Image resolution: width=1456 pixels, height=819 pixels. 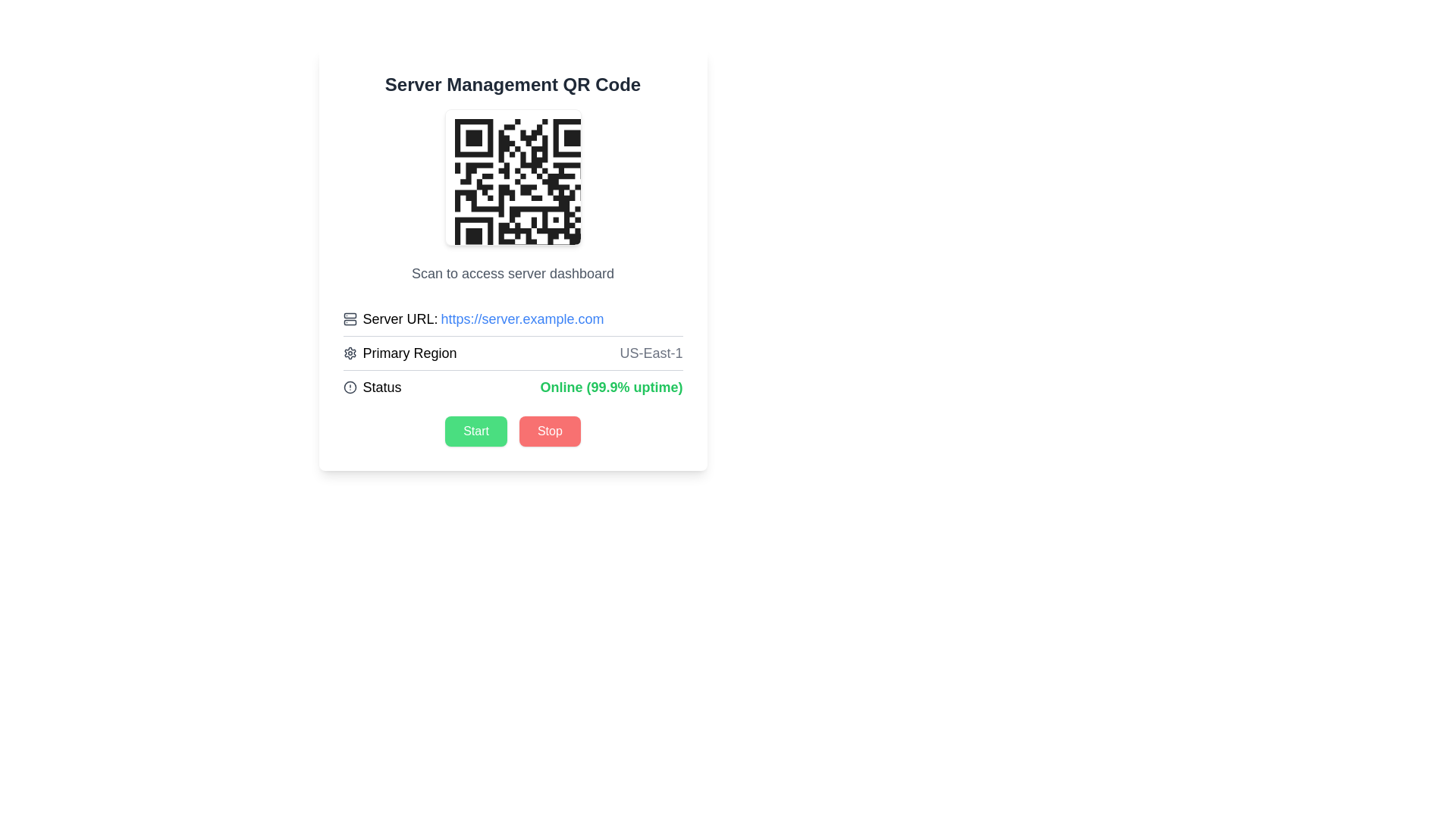 I want to click on the Label element that displays the text 'Scan, so click(x=513, y=274).